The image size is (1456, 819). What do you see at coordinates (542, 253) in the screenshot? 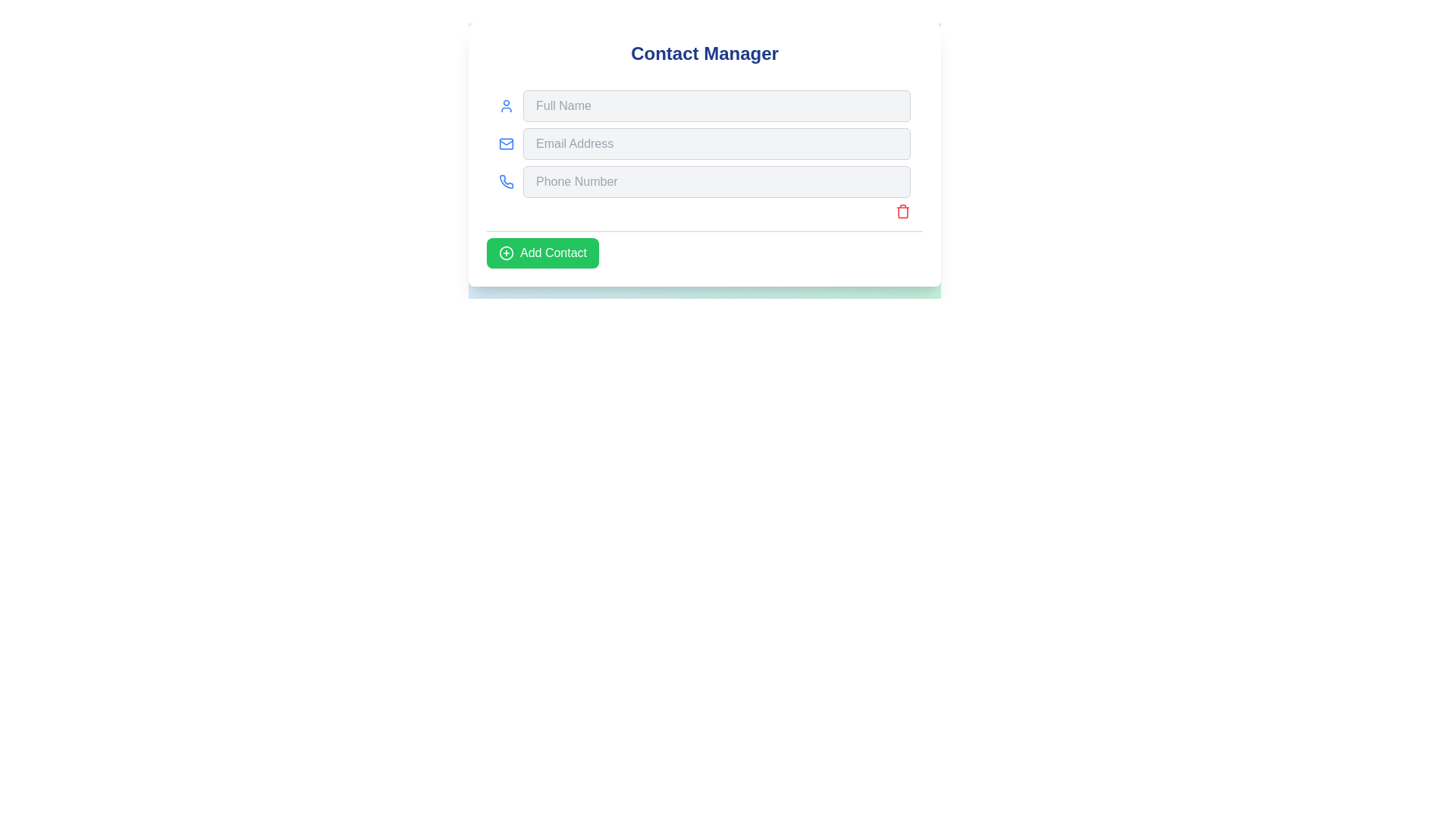
I see `the 'Add Contact' button, which is a green rounded rectangular button with white text and a '+' icon, located at the bottom of the form fields` at bounding box center [542, 253].